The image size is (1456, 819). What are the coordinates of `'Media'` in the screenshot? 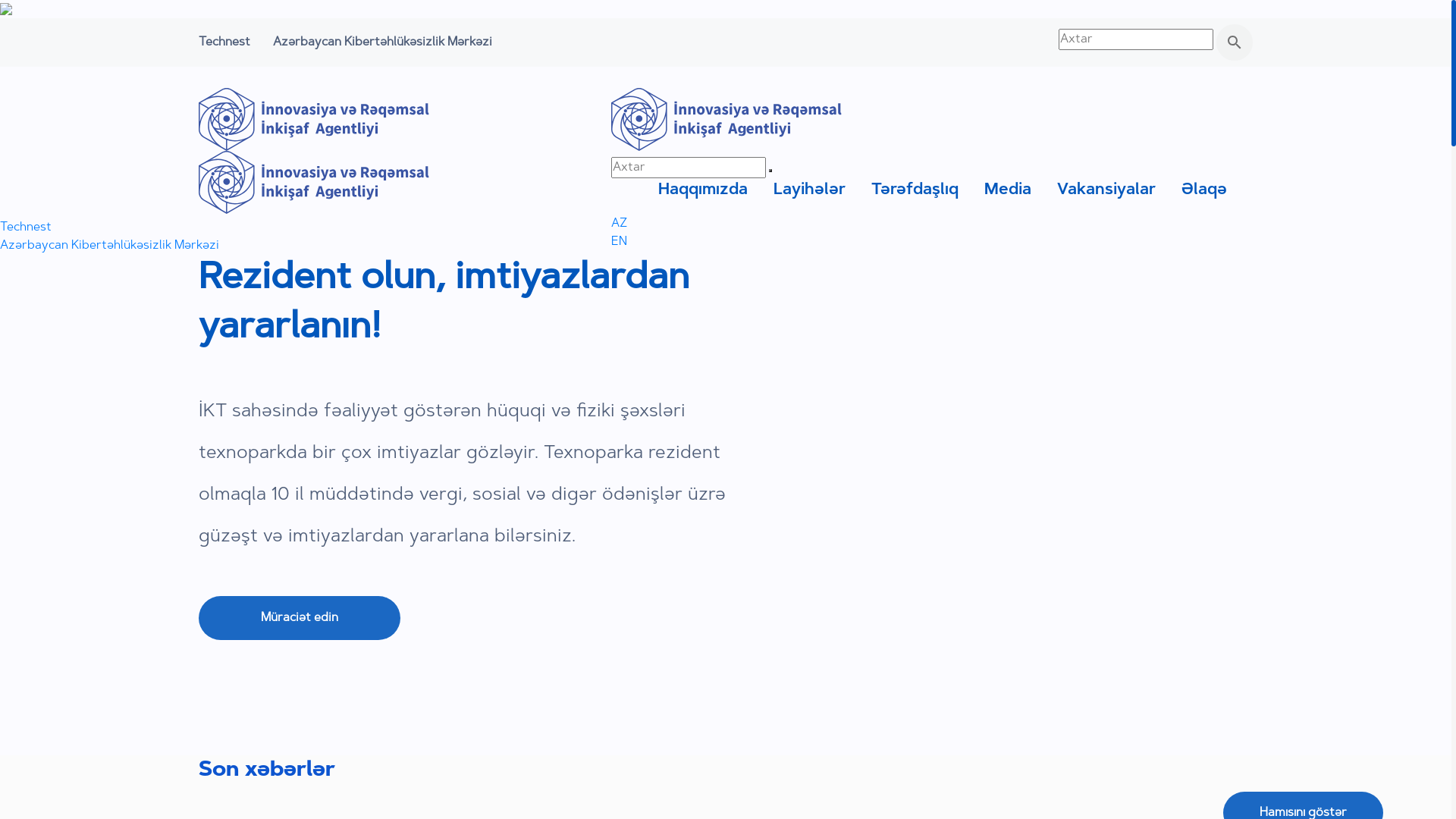 It's located at (1008, 189).